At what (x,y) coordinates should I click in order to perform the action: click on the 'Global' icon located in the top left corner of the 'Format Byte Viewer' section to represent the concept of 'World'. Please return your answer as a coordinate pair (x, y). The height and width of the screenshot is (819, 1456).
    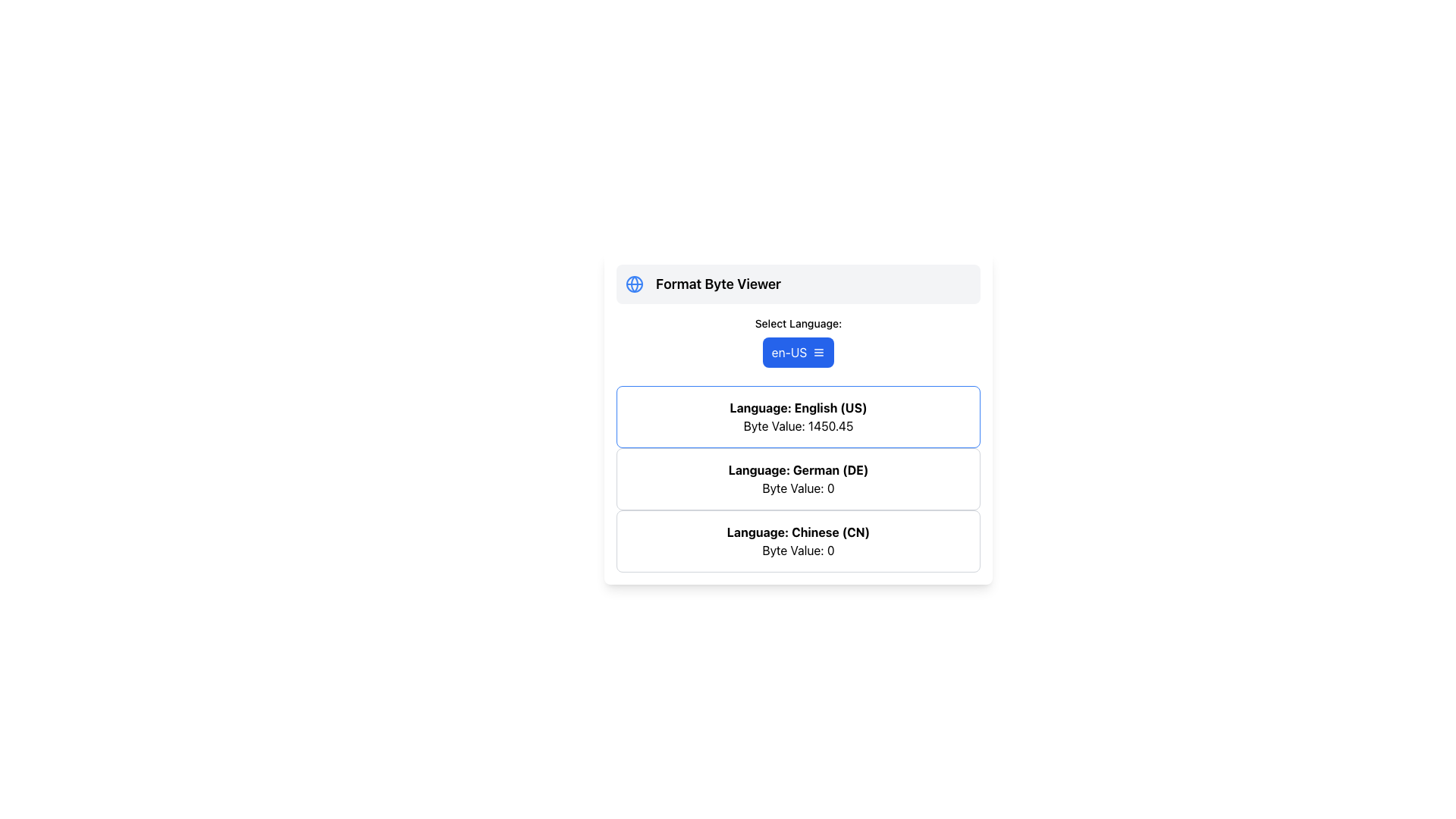
    Looking at the image, I should click on (634, 284).